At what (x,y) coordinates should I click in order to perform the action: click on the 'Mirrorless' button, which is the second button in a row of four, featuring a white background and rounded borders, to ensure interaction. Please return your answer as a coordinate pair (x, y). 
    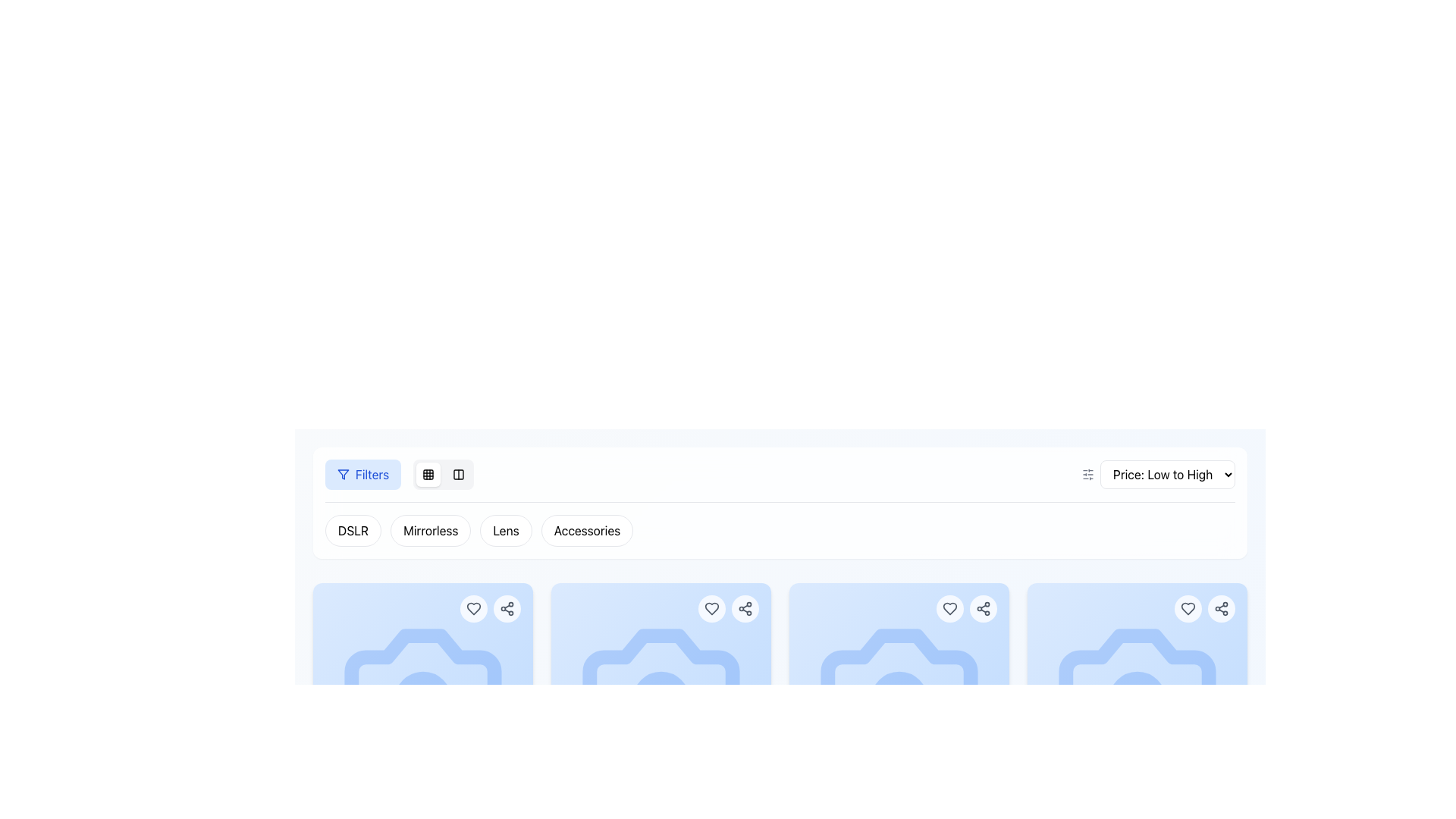
    Looking at the image, I should click on (430, 529).